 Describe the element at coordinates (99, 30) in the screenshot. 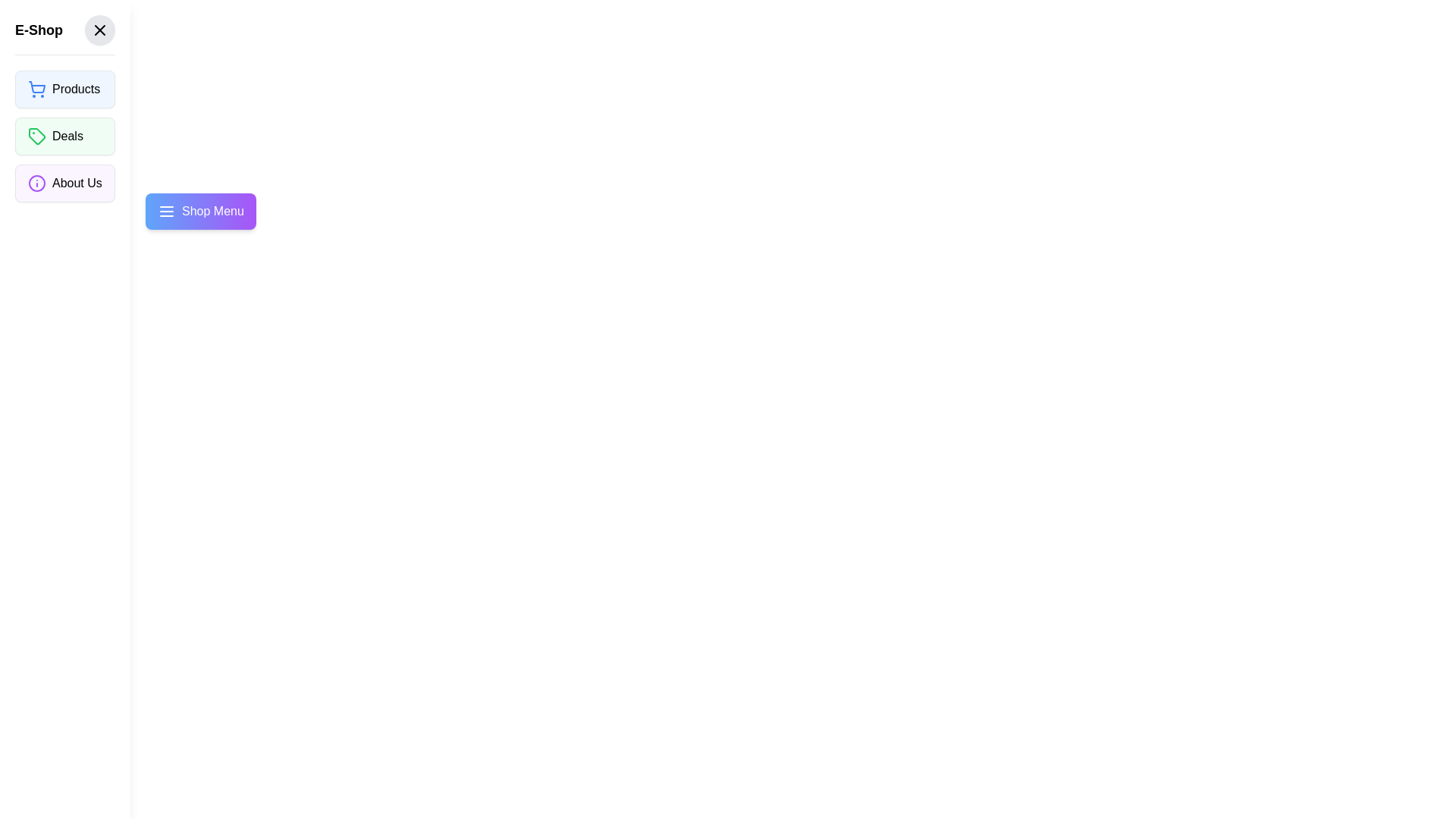

I see `the 'Close' button in the drawer header` at that location.